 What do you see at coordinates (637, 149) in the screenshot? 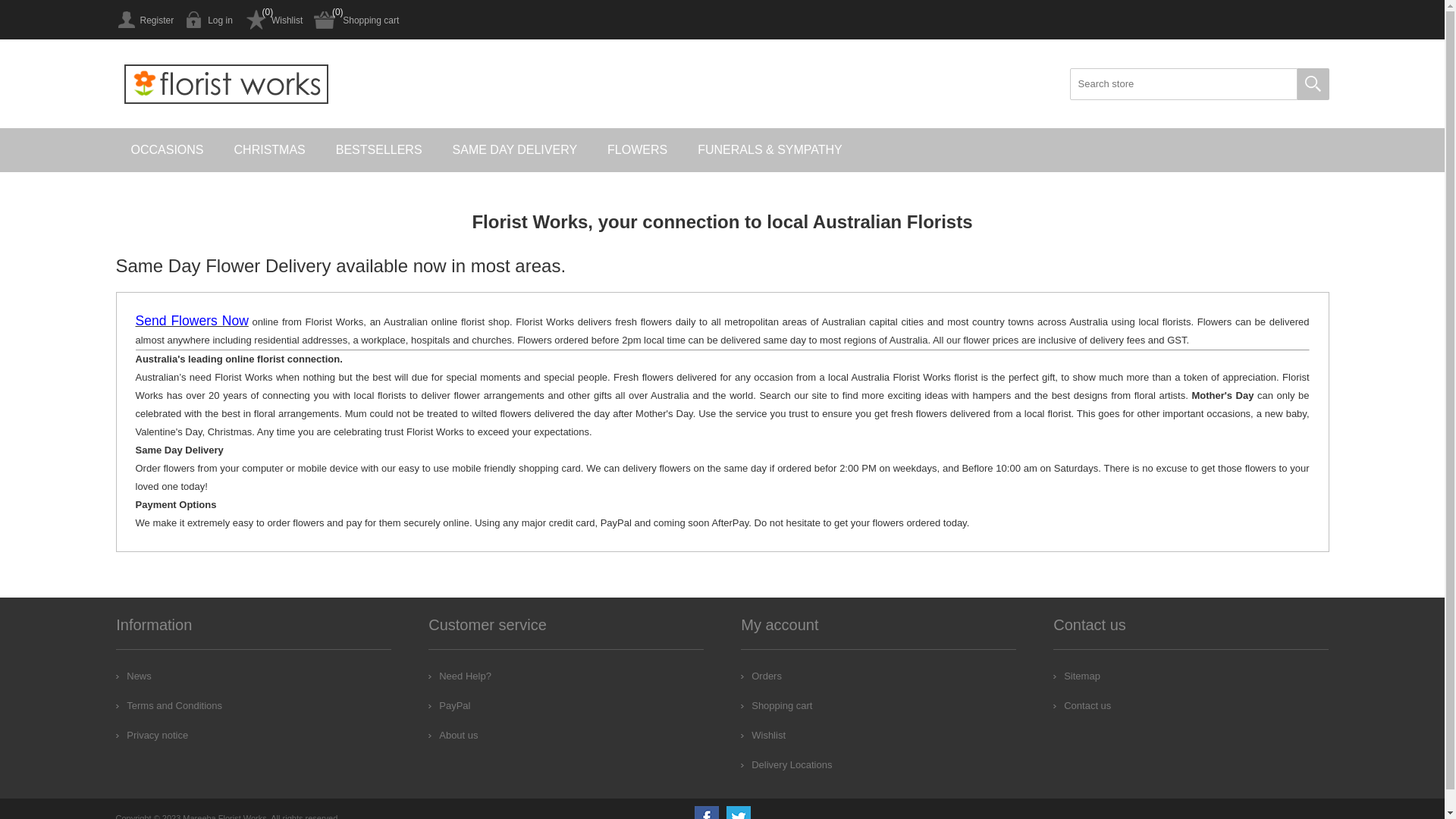
I see `'FLOWERS'` at bounding box center [637, 149].